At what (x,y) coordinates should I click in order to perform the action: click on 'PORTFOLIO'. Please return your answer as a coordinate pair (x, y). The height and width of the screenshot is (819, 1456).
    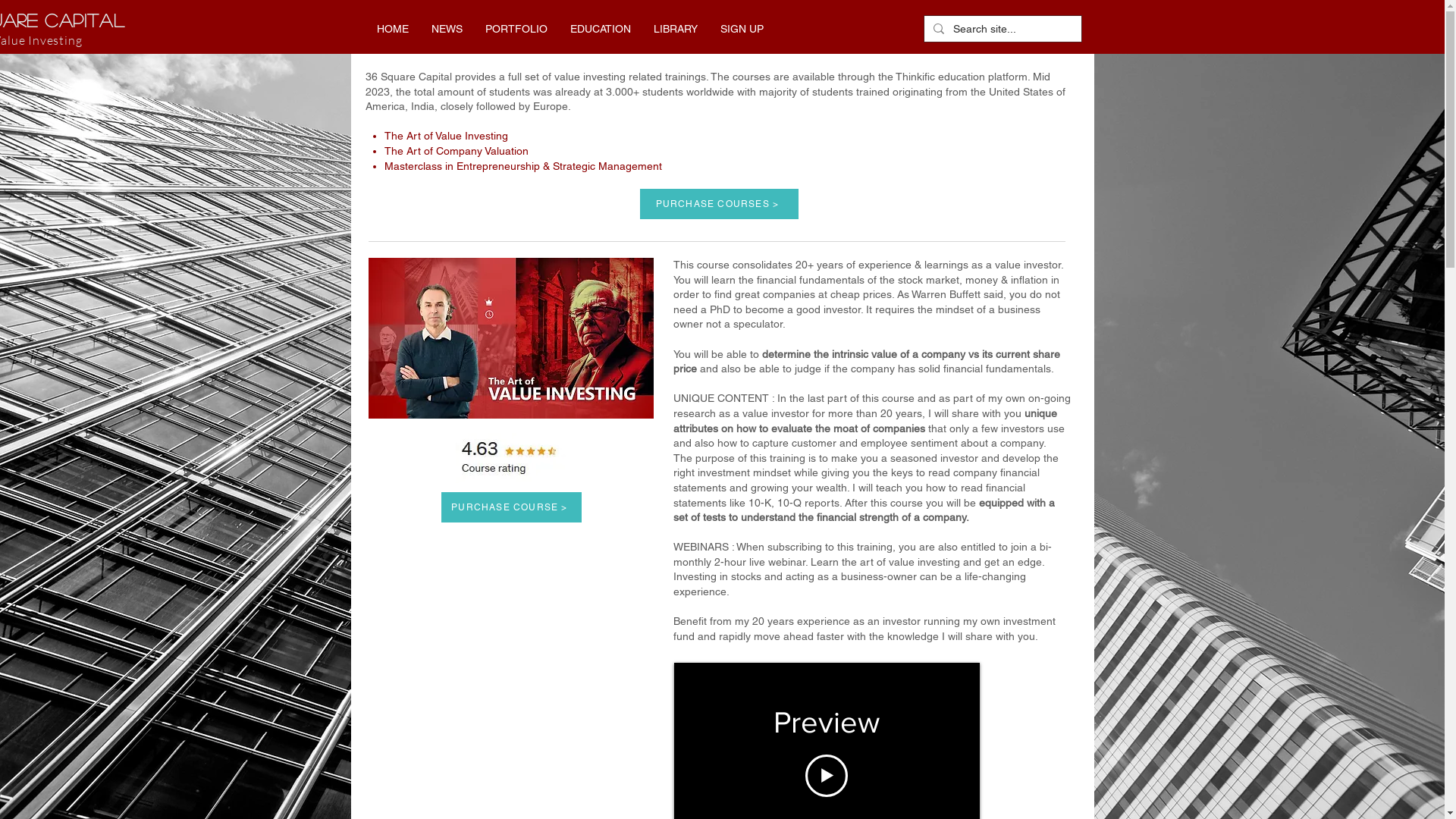
    Looking at the image, I should click on (516, 29).